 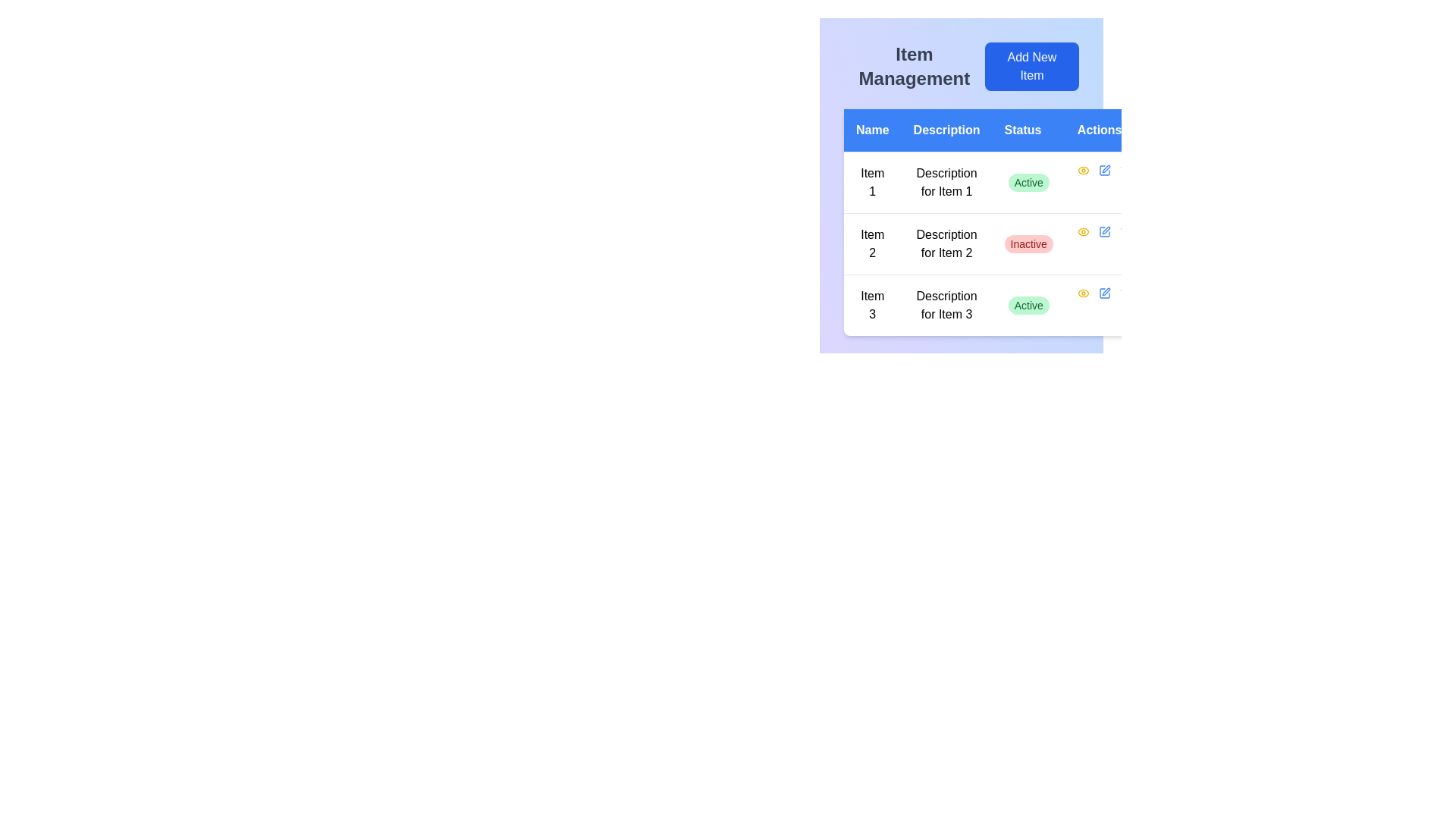 What do you see at coordinates (1028, 181) in the screenshot?
I see `the 'Active' status label located in the 'Status' column of the first row in the table layout` at bounding box center [1028, 181].